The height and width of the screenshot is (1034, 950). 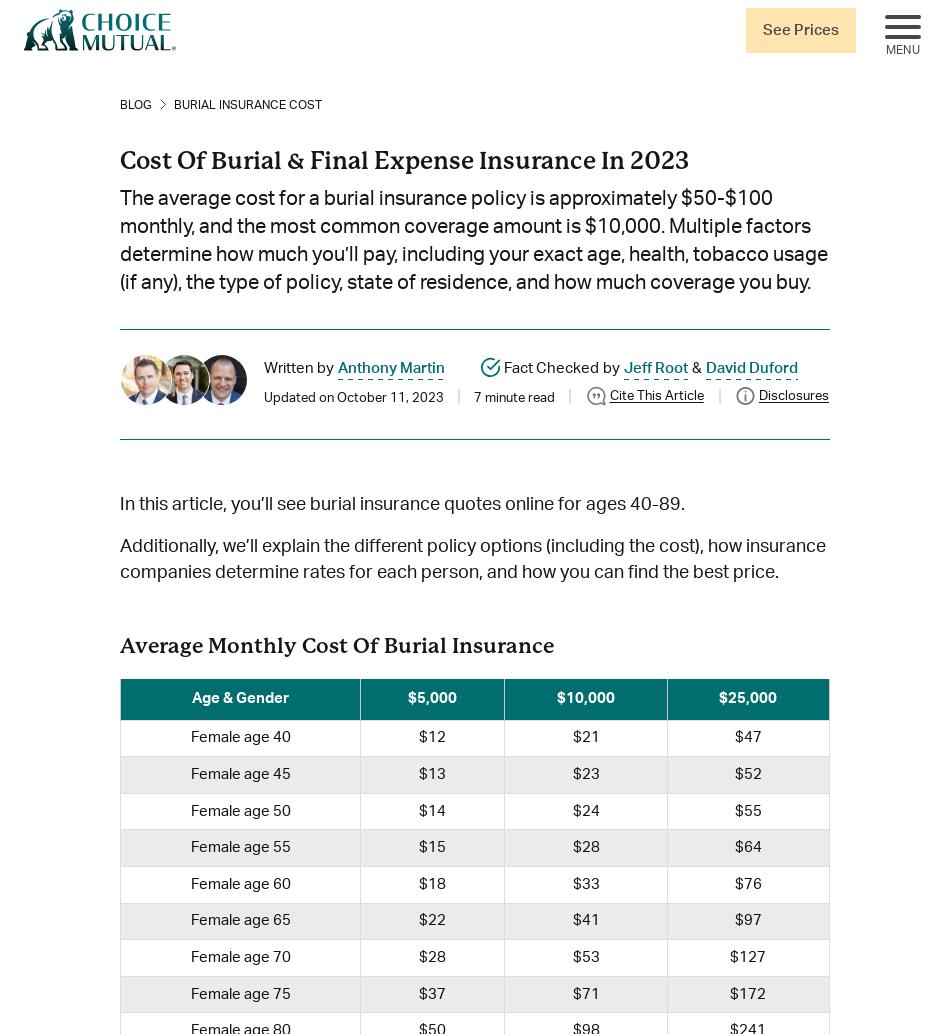 What do you see at coordinates (238, 919) in the screenshot?
I see `'Female age 65'` at bounding box center [238, 919].